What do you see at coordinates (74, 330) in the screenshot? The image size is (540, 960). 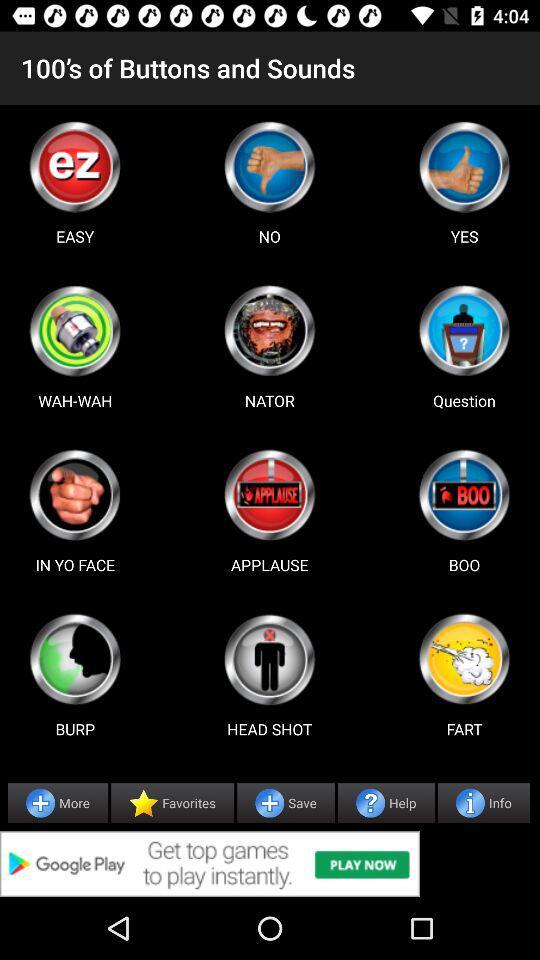 I see `game options` at bounding box center [74, 330].